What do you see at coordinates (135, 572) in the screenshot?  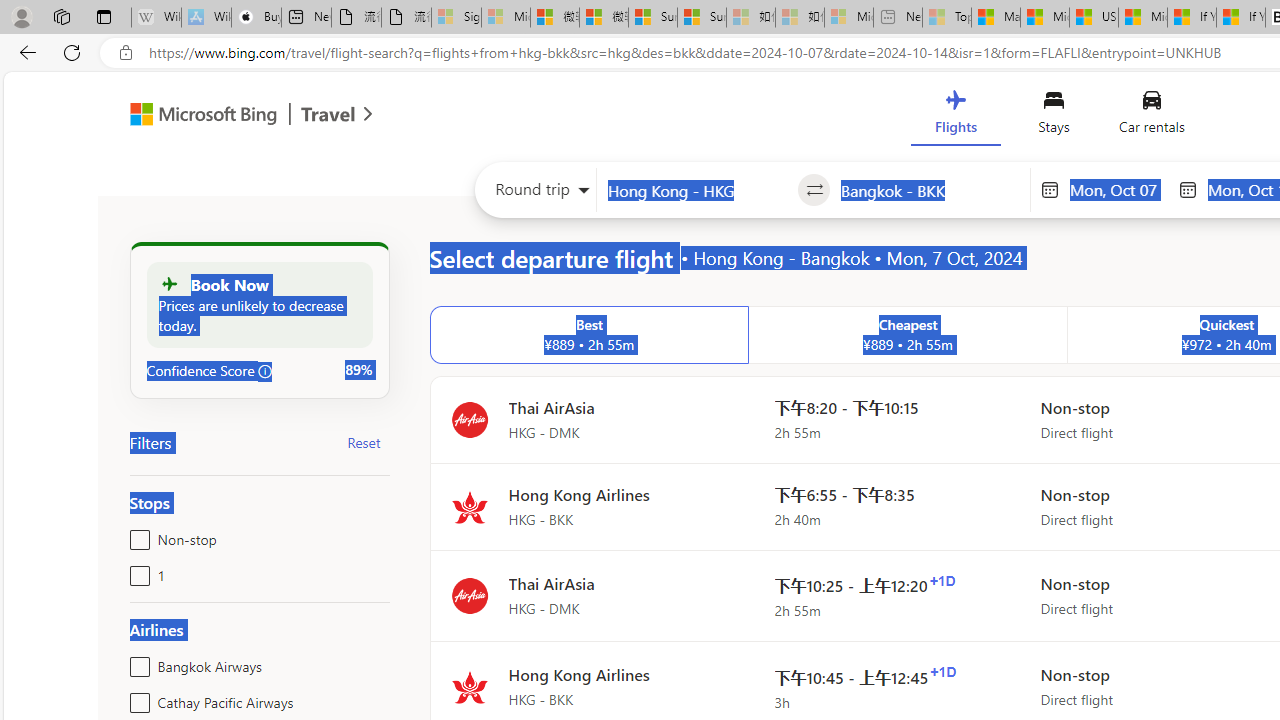 I see `'1'` at bounding box center [135, 572].